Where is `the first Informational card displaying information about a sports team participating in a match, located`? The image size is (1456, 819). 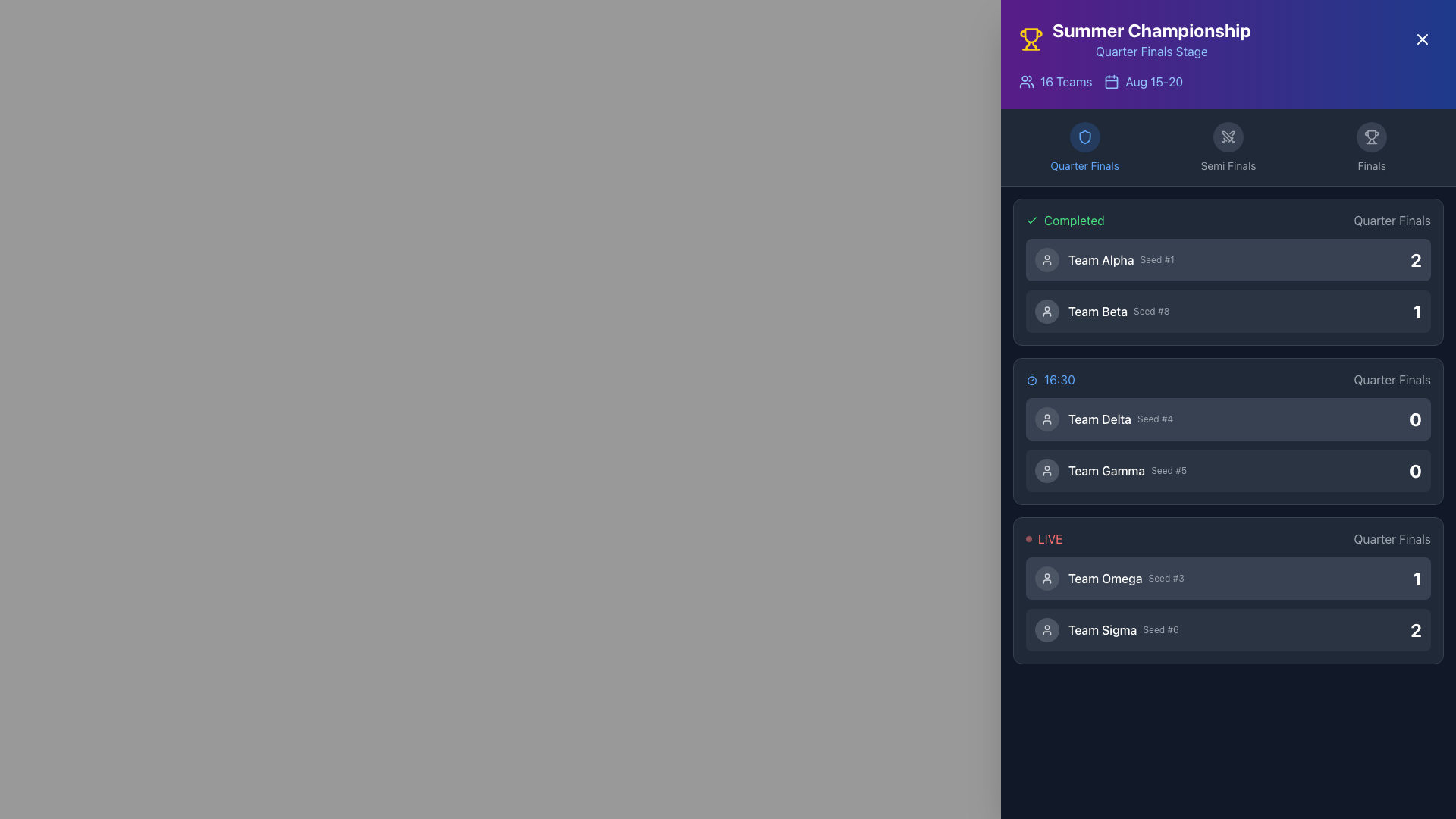
the first Informational card displaying information about a sports team participating in a match, located is located at coordinates (1228, 579).